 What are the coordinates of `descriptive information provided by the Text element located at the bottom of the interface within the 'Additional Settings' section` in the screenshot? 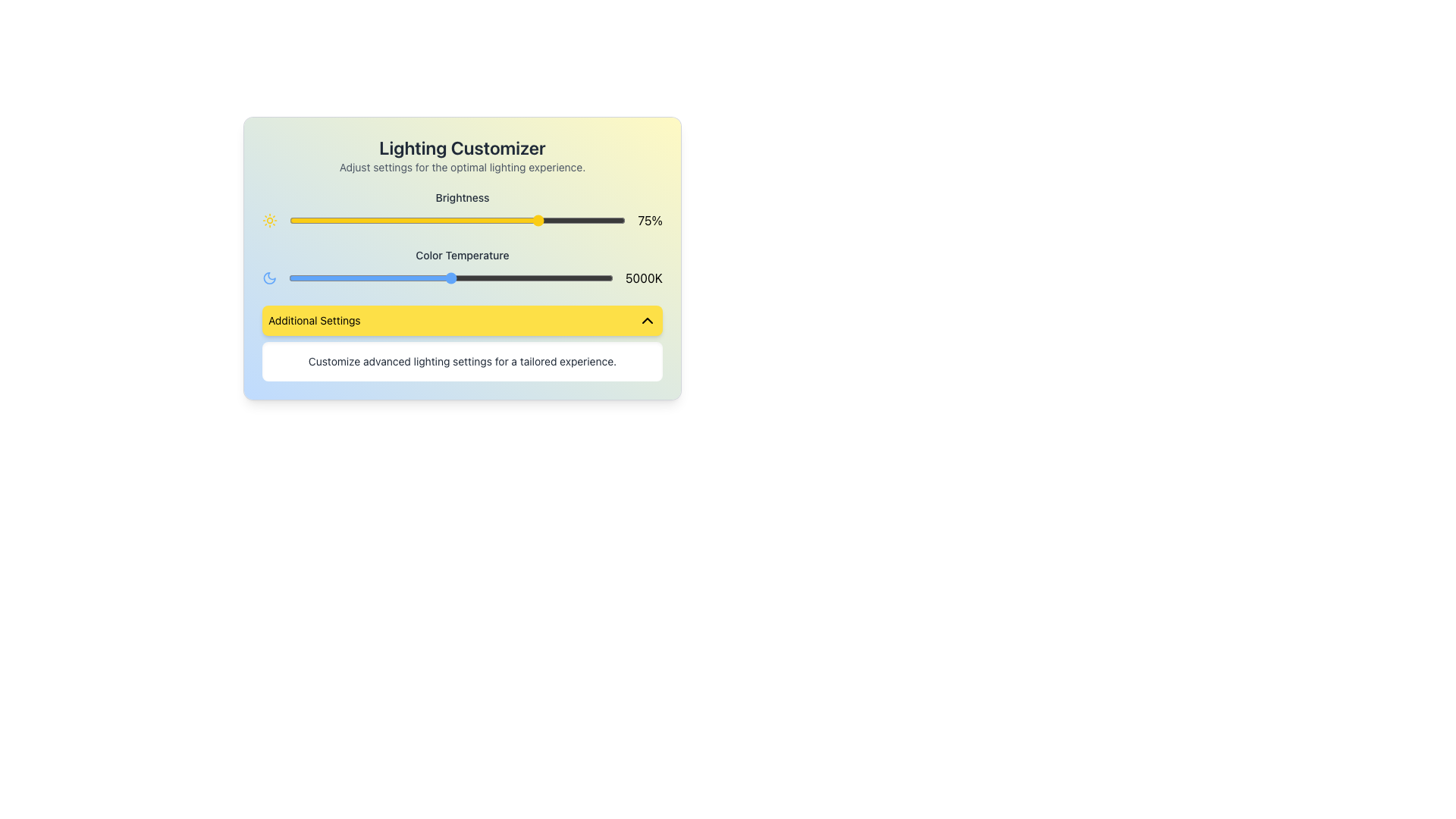 It's located at (461, 362).